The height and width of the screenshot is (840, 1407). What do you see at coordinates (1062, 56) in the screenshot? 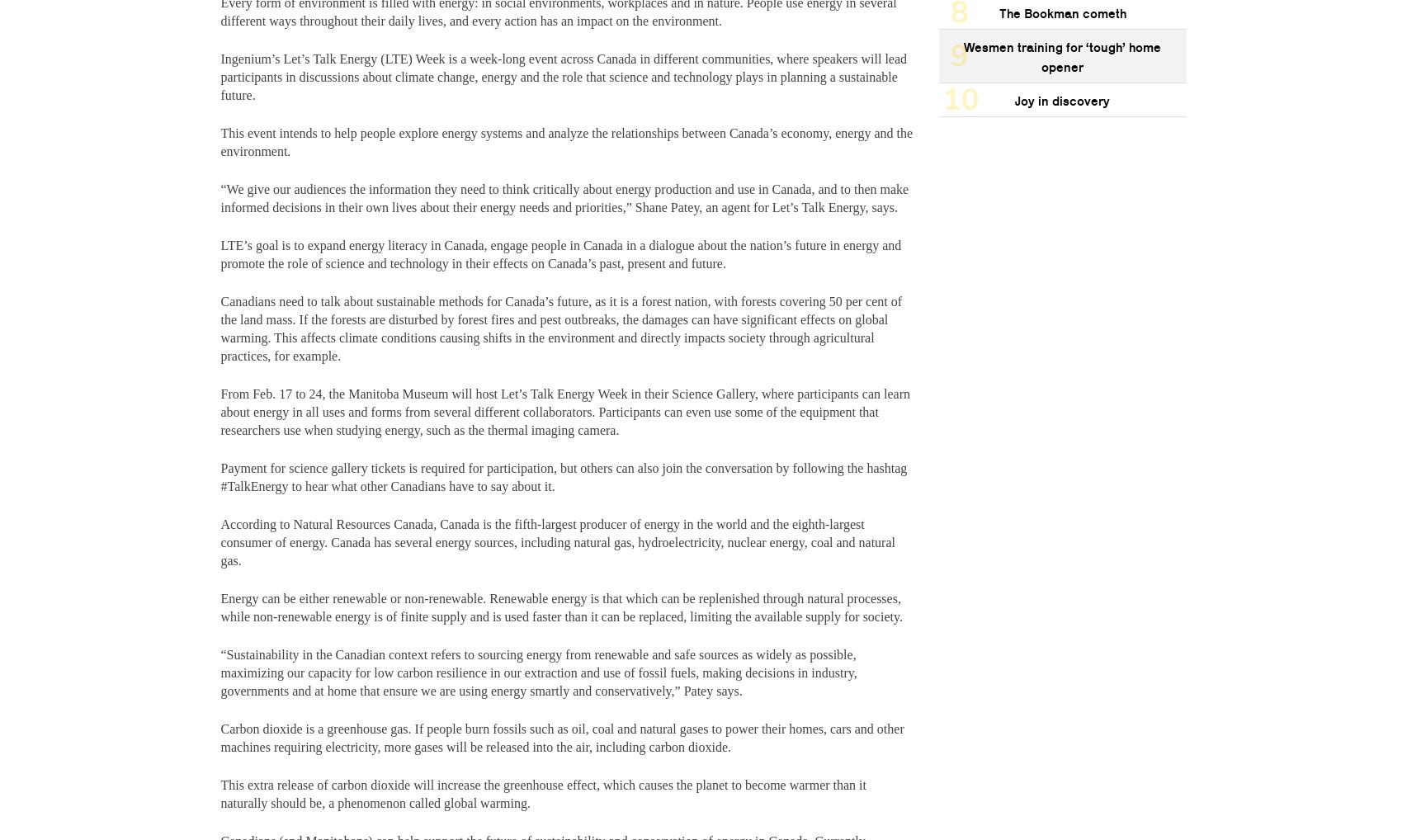
I see `'Wesmen training for ‘tough’ home opener'` at bounding box center [1062, 56].